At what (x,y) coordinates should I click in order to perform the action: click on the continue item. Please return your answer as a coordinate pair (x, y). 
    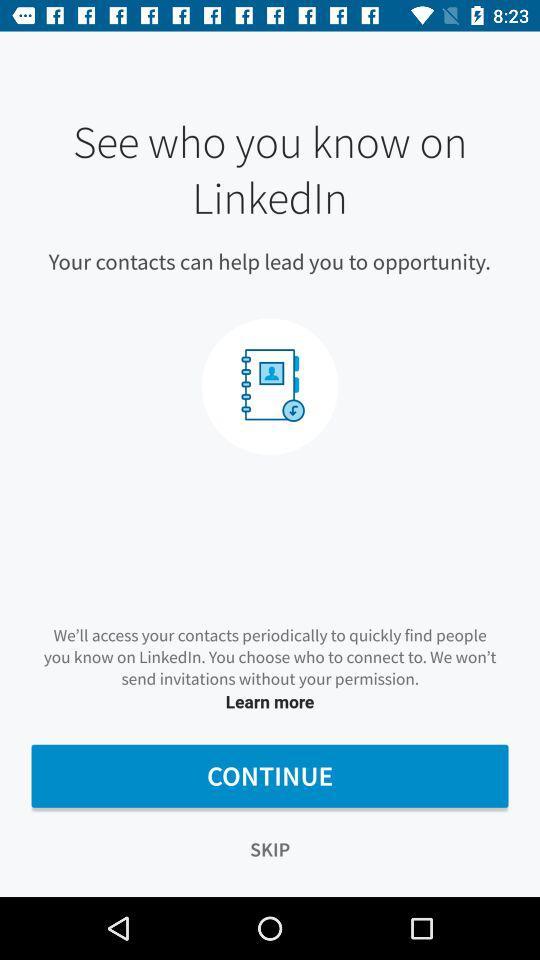
    Looking at the image, I should click on (270, 775).